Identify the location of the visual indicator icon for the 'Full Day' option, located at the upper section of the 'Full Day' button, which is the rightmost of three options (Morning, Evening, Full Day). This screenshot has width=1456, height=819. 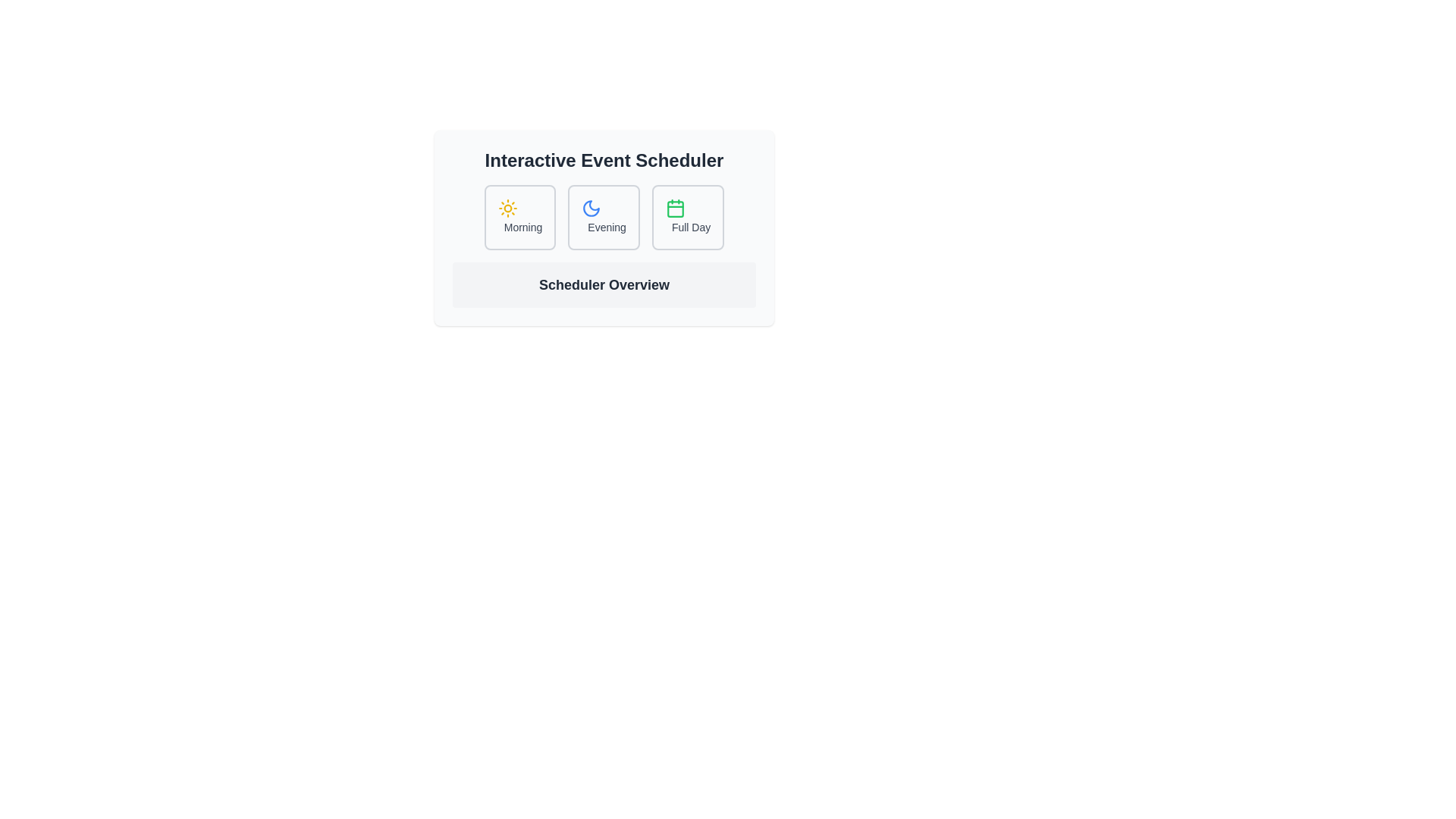
(674, 208).